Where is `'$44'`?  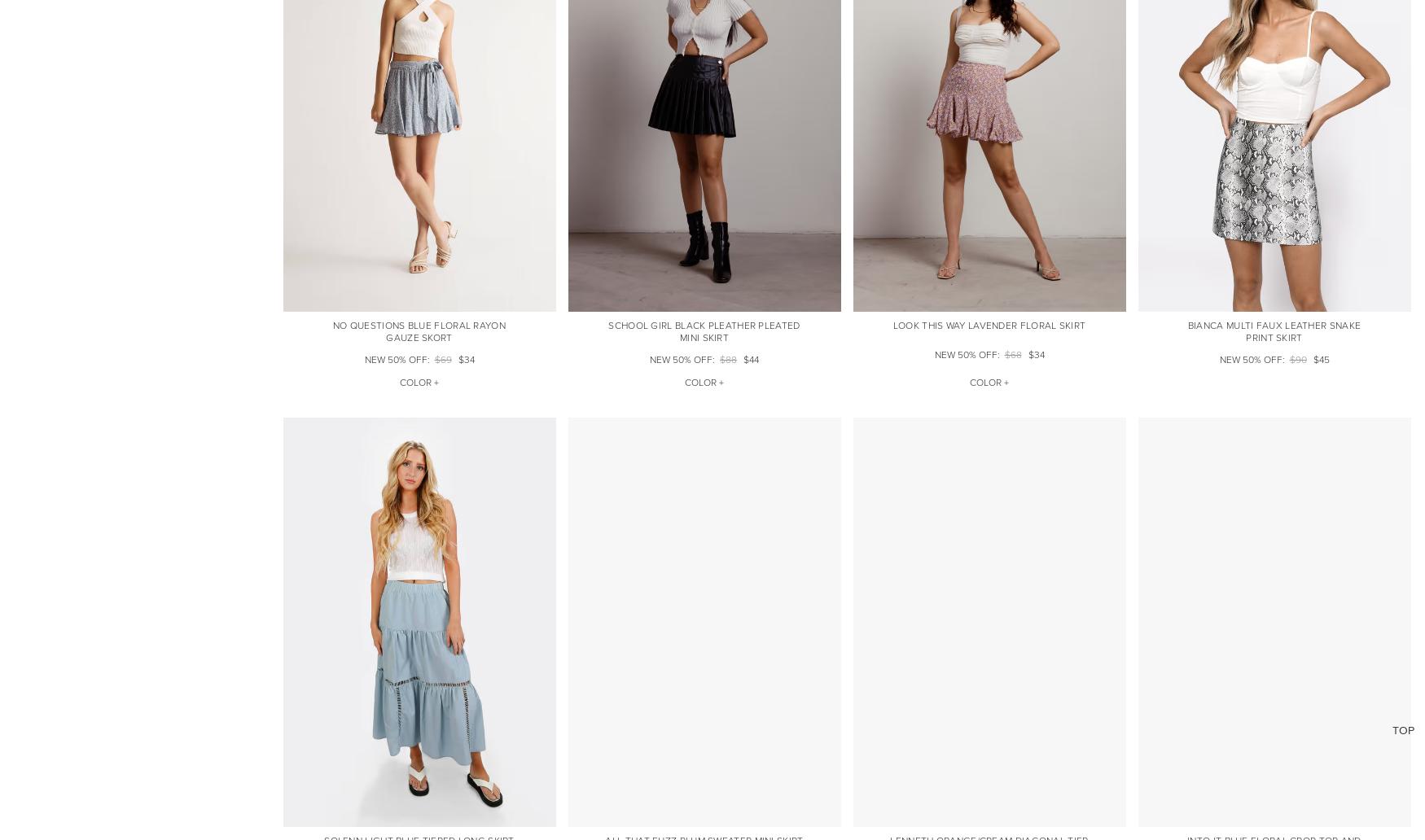
'$44' is located at coordinates (742, 359).